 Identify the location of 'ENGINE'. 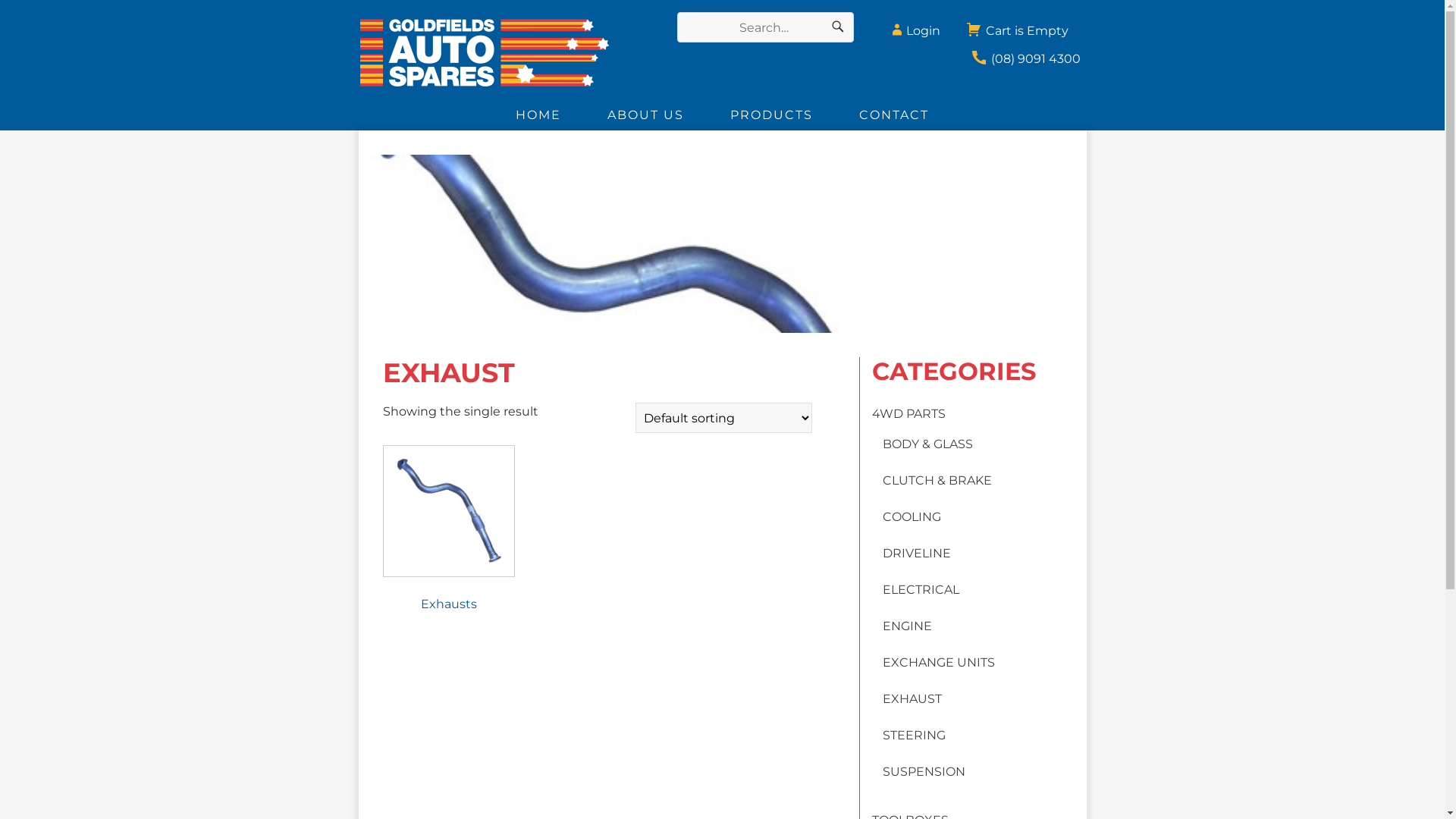
(907, 626).